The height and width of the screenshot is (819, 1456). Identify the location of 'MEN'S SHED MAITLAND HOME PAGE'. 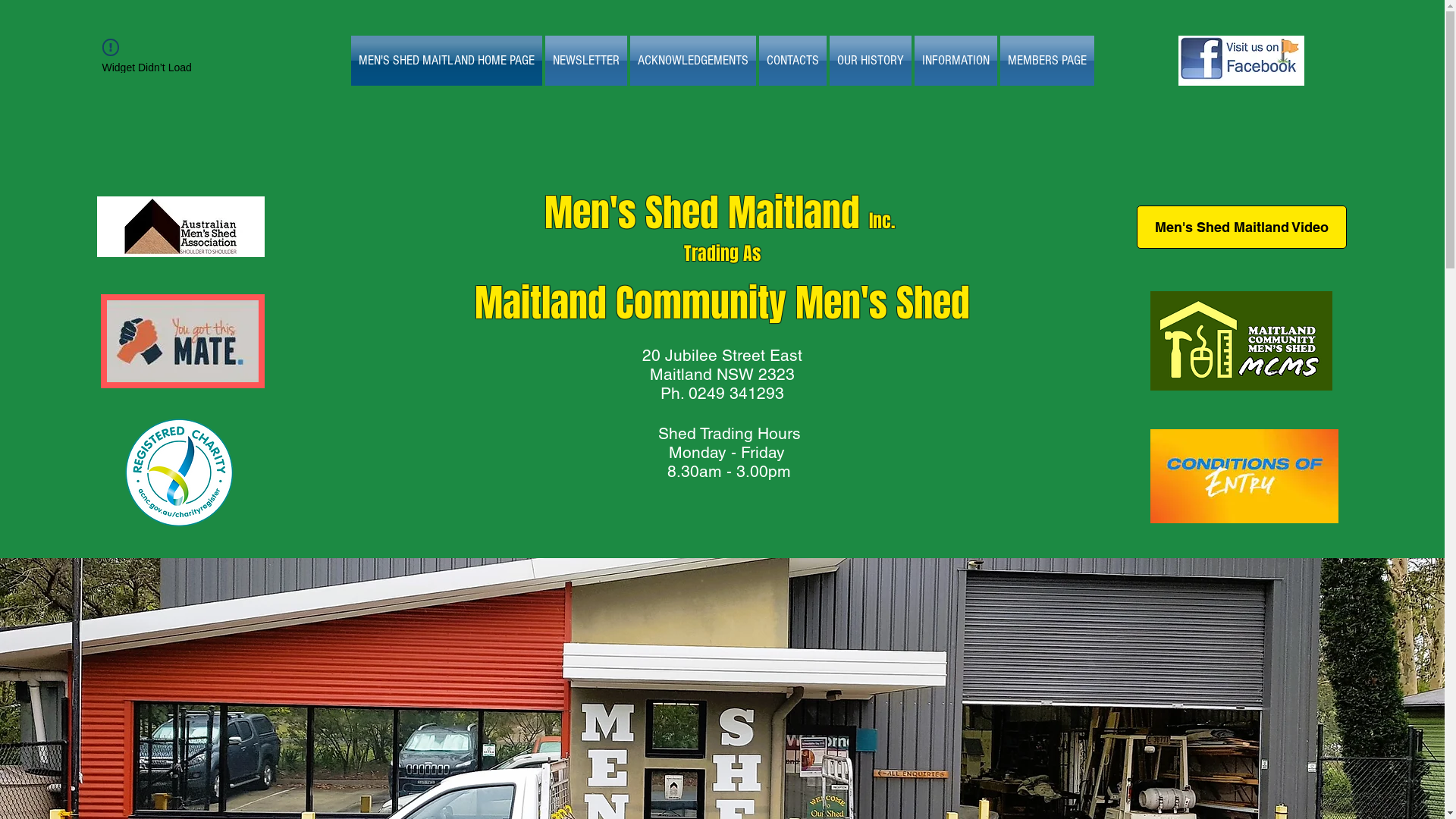
(446, 60).